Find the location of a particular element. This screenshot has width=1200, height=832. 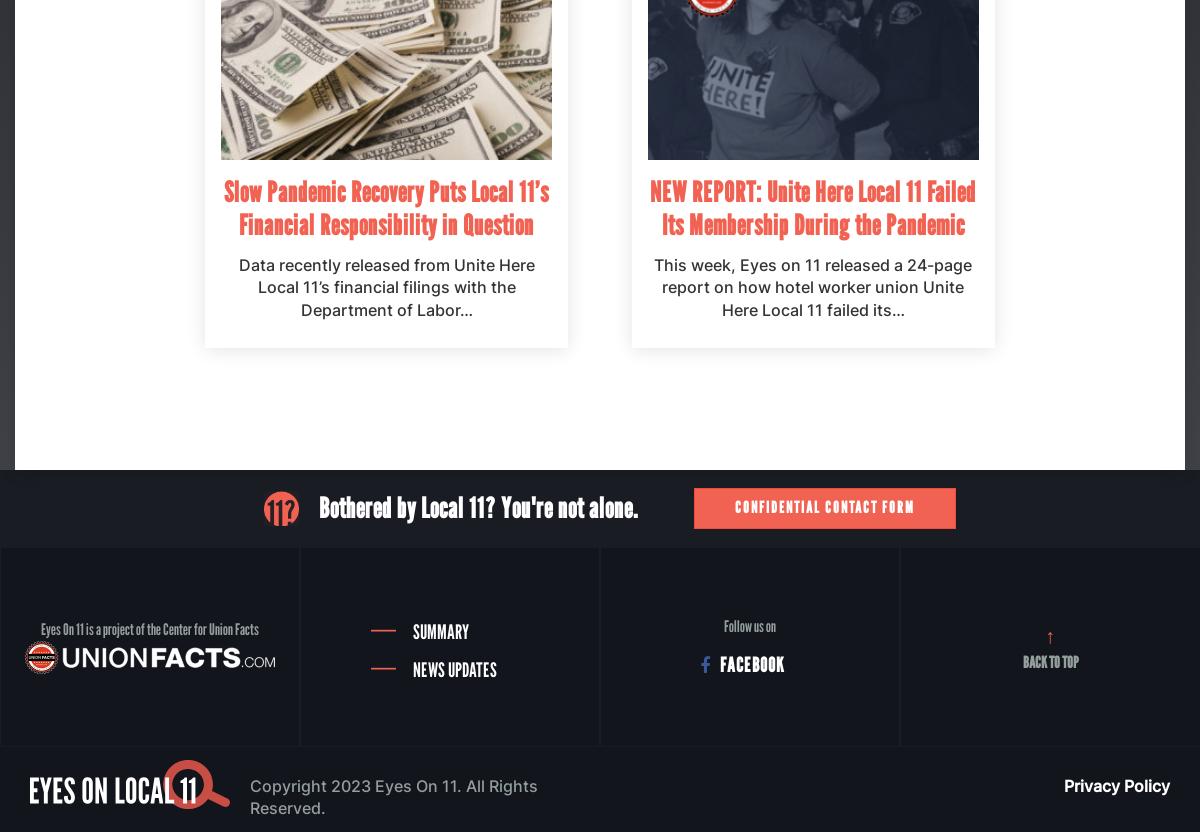

'BACK TO TOP' is located at coordinates (1050, 661).